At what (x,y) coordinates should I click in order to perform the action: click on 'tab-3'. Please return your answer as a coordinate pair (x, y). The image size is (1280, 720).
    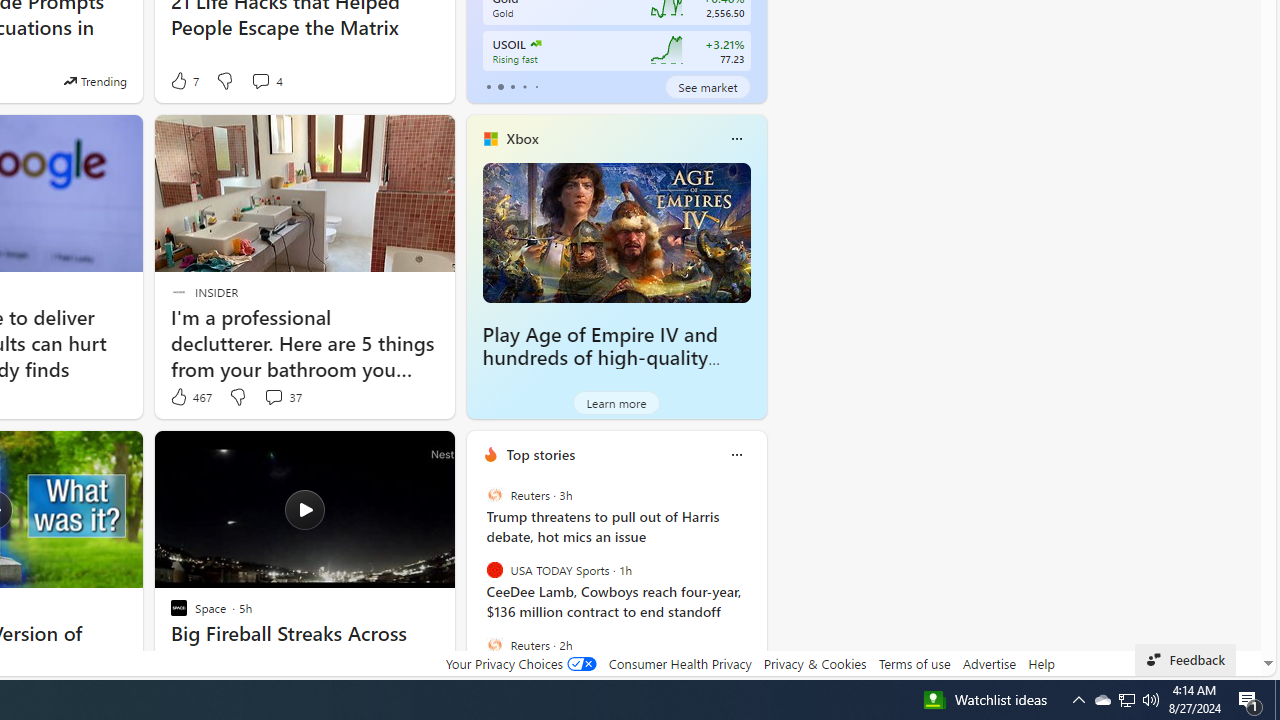
    Looking at the image, I should click on (524, 86).